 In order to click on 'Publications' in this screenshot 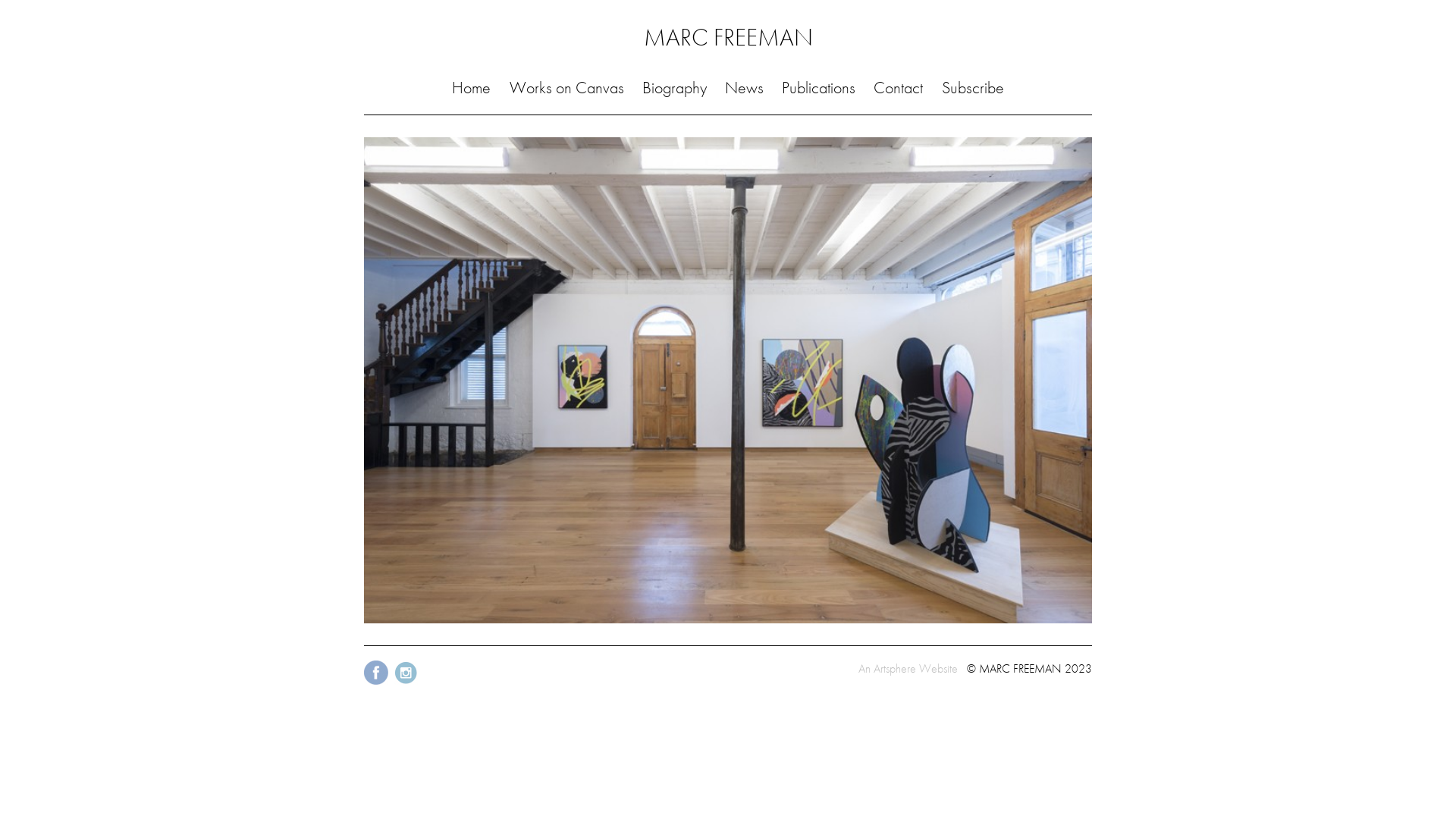, I will do `click(817, 87)`.